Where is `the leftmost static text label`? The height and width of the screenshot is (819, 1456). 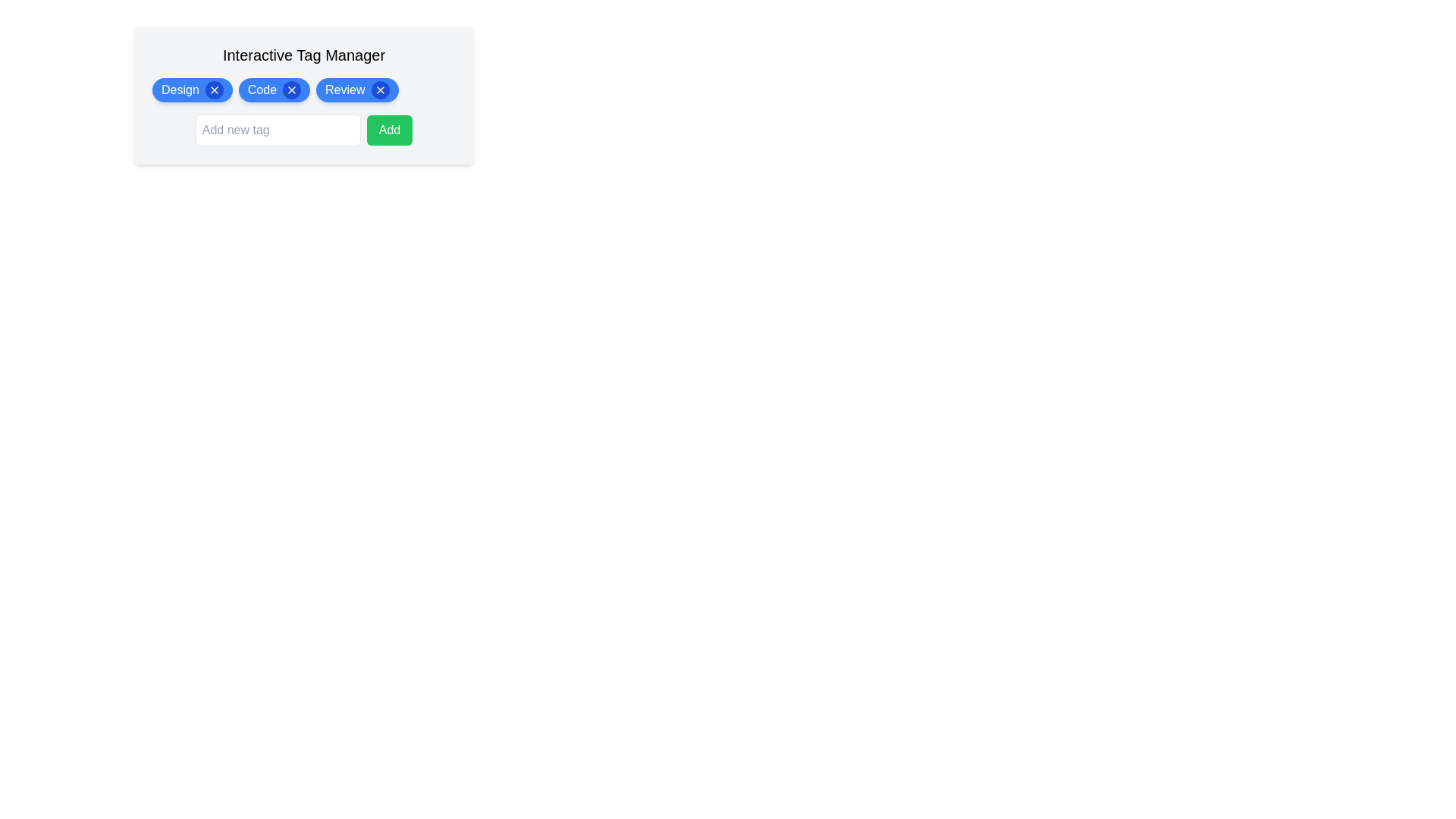
the leftmost static text label is located at coordinates (180, 90).